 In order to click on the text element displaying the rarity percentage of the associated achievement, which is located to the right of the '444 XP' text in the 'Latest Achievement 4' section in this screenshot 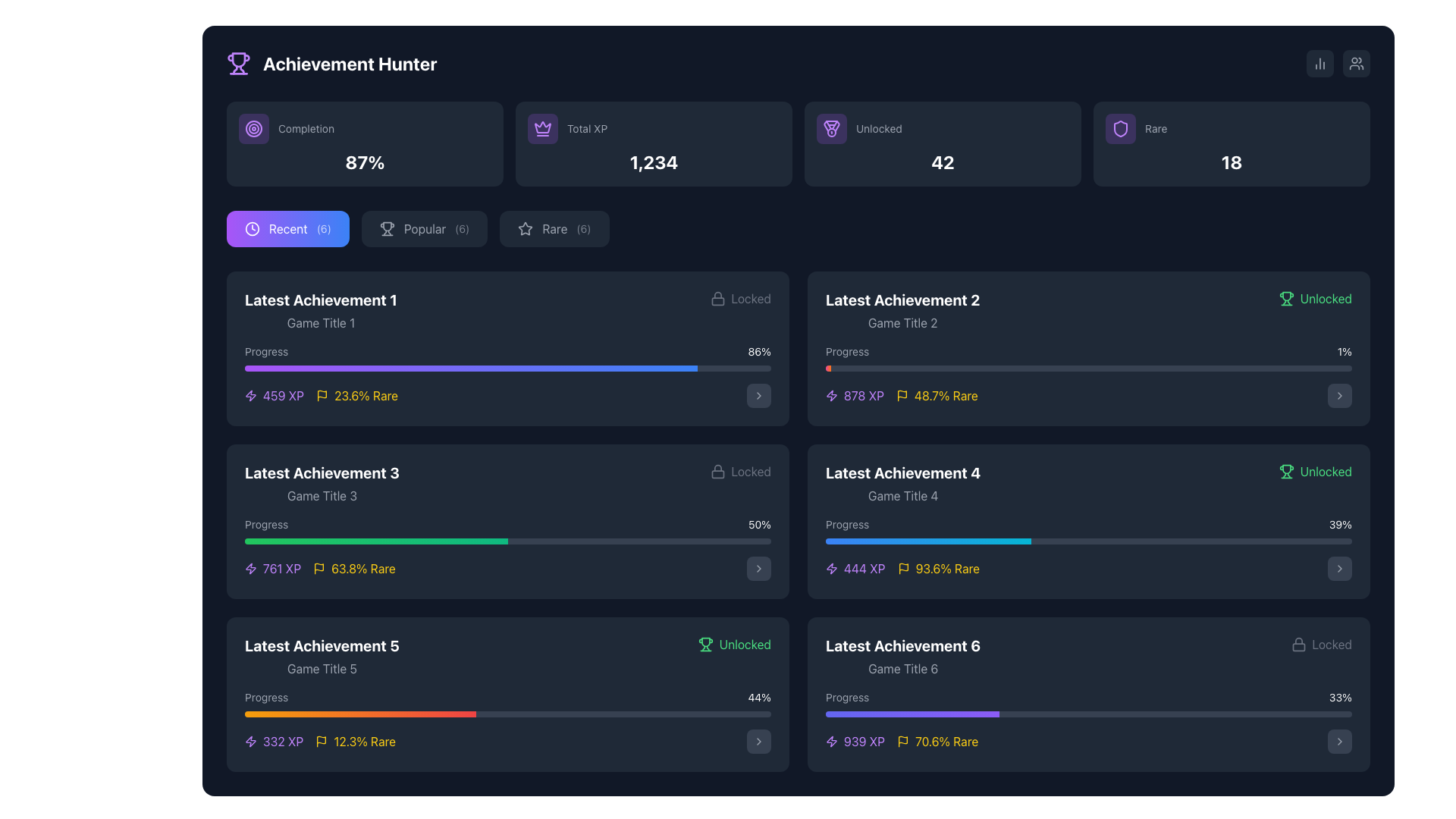, I will do `click(937, 568)`.